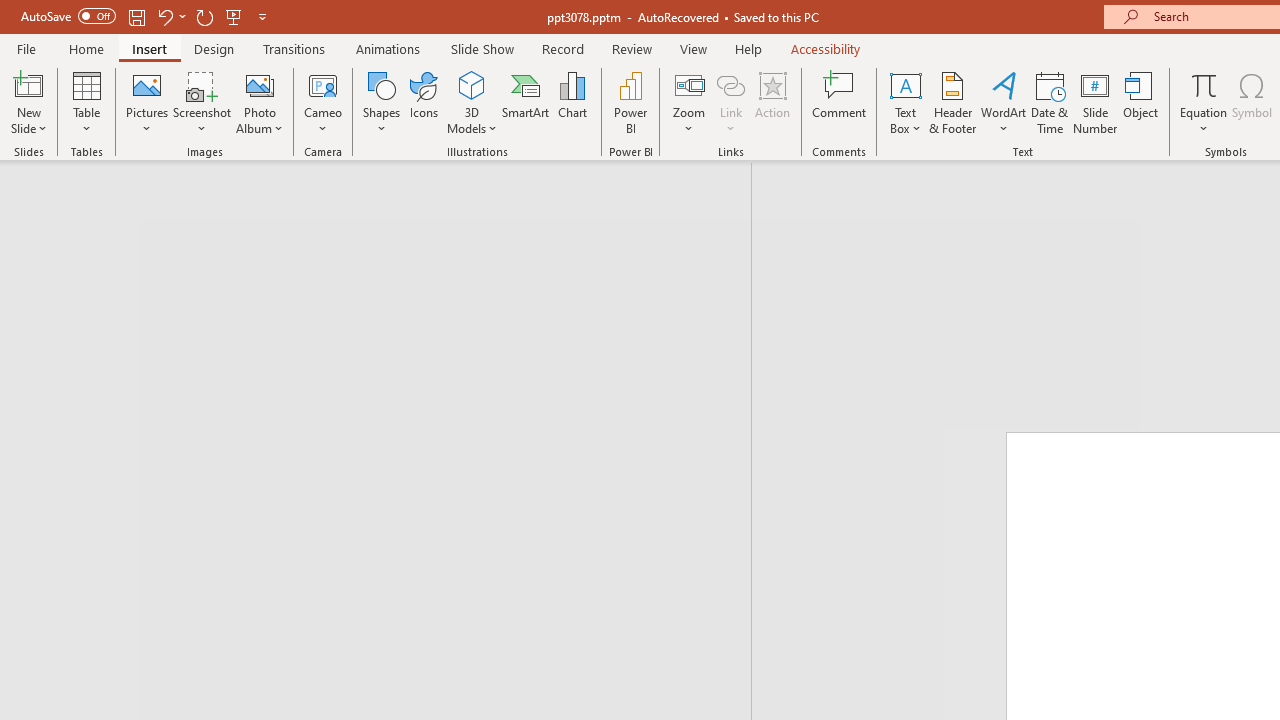 Image resolution: width=1280 pixels, height=720 pixels. What do you see at coordinates (630, 103) in the screenshot?
I see `'Power BI'` at bounding box center [630, 103].